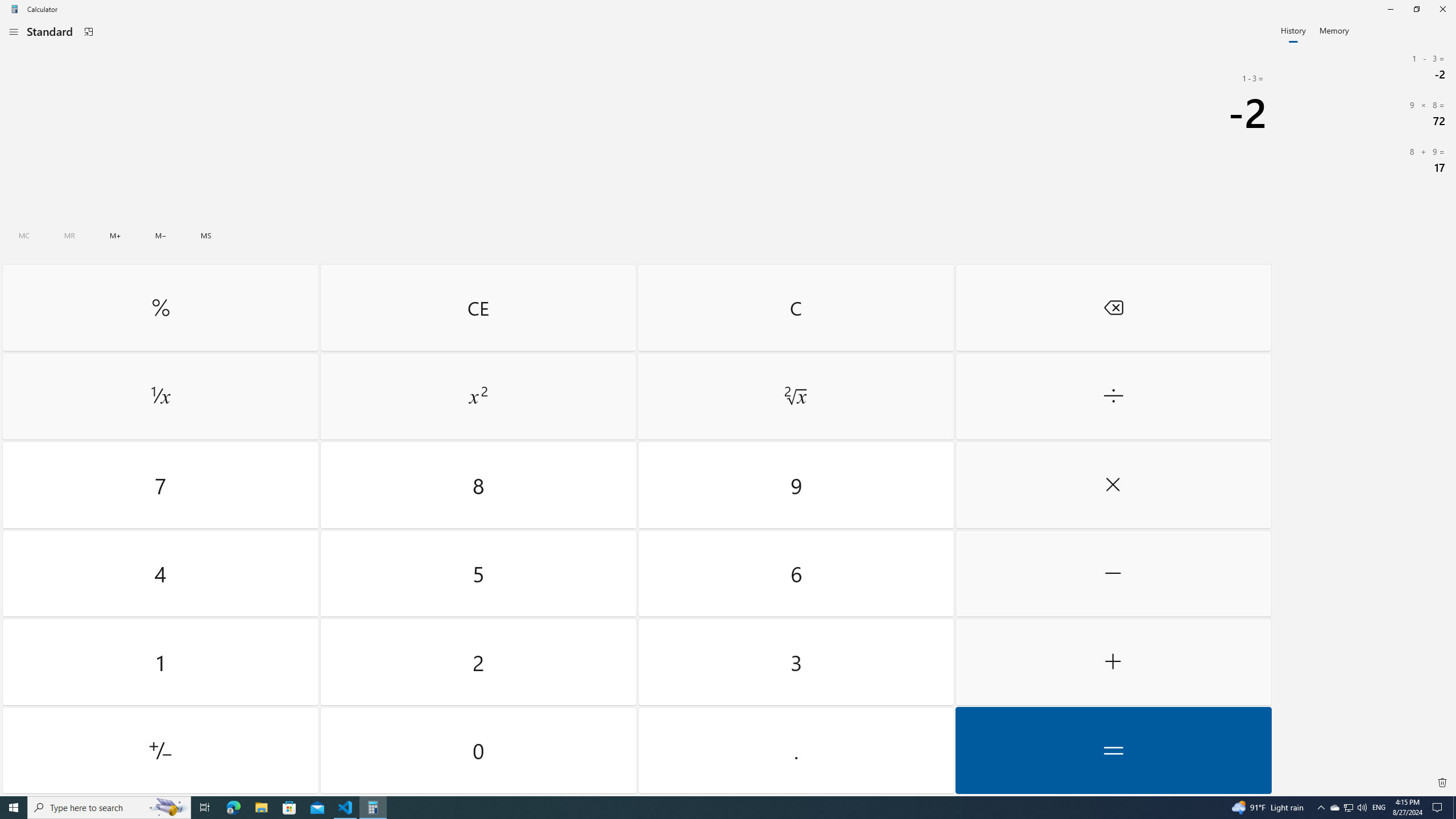  I want to click on 'Restore Calculator', so click(1416, 9).